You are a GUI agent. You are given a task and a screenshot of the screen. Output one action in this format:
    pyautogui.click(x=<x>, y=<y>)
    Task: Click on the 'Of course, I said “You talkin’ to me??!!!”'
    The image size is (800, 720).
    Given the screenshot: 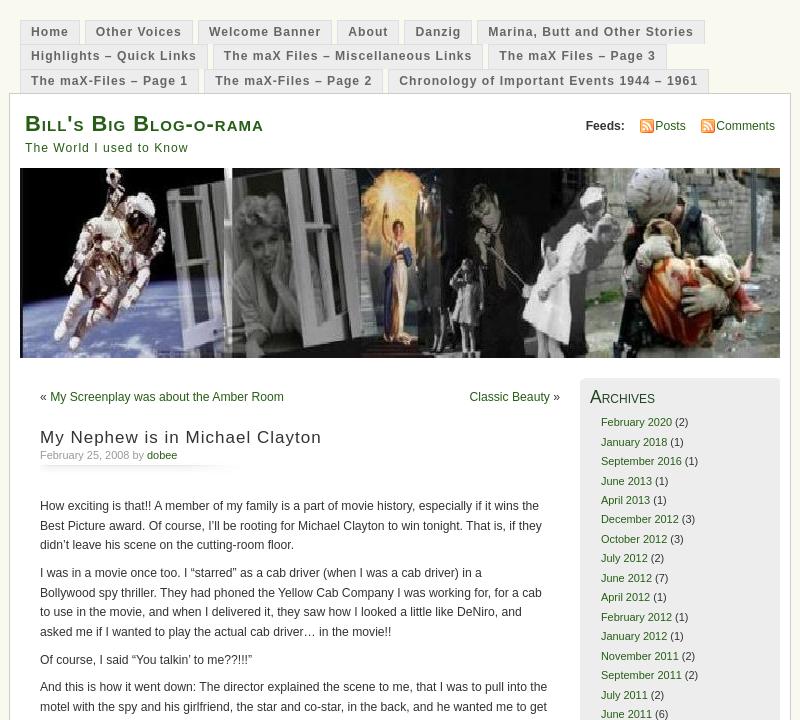 What is the action you would take?
    pyautogui.click(x=145, y=659)
    